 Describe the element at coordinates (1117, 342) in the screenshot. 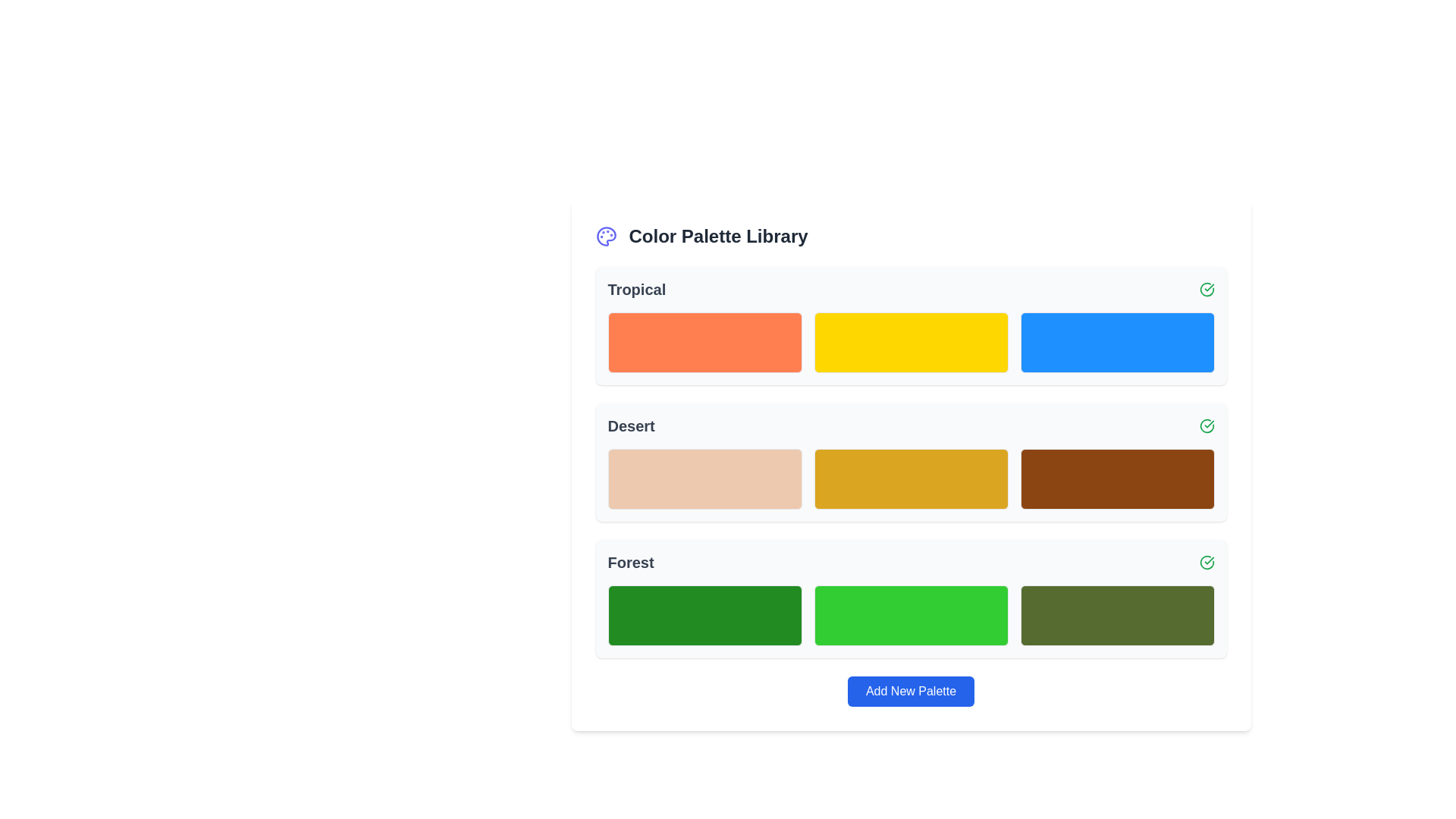

I see `the bright blue color palette swatch with rounded corners located in the Color Palette Library below the 'Tropical' section` at that location.